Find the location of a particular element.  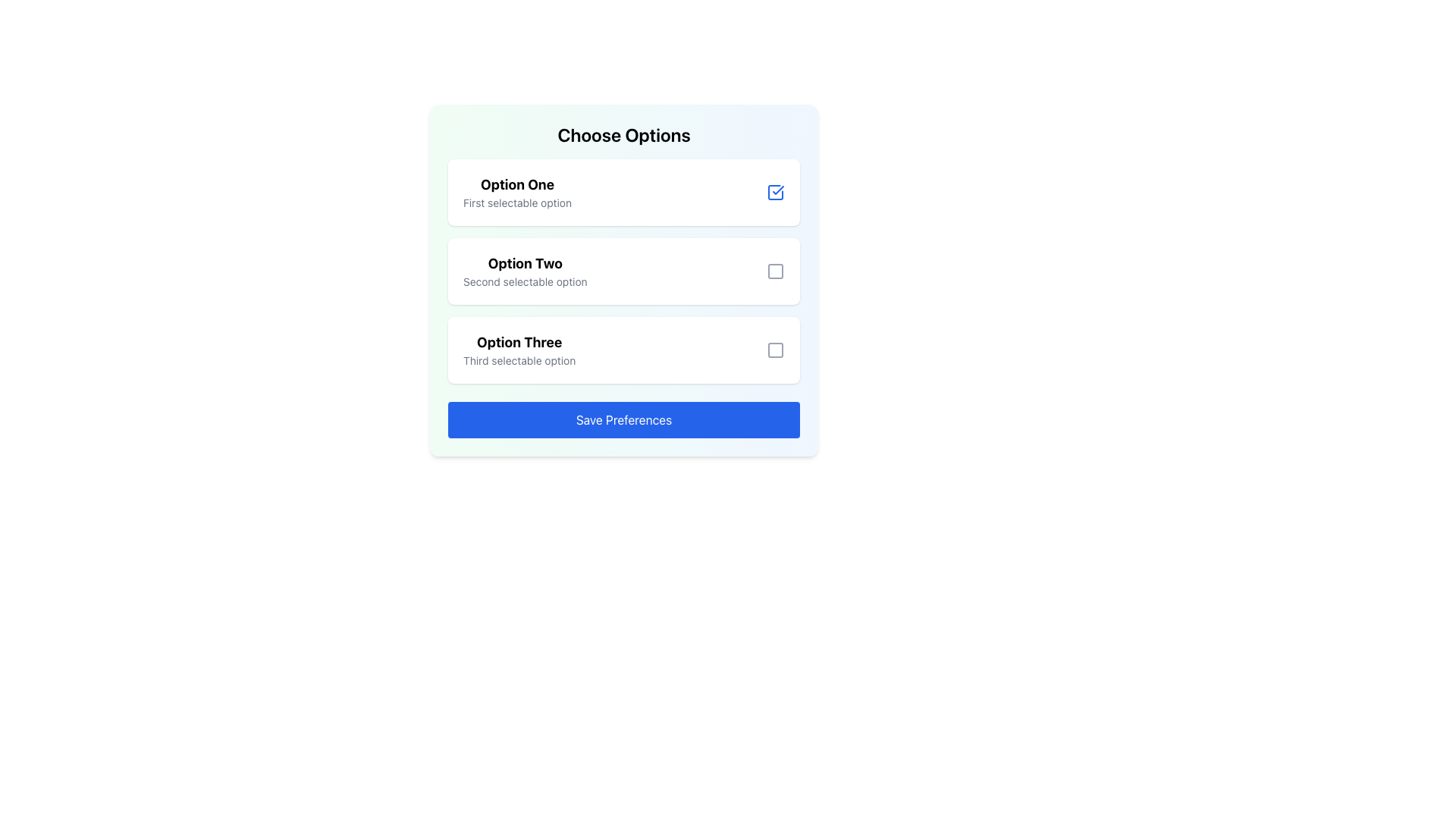

Text Label that describes the third option in the list under 'Choose Options', positioned between 'Option Two' and the 'Save Preferences' button is located at coordinates (519, 350).